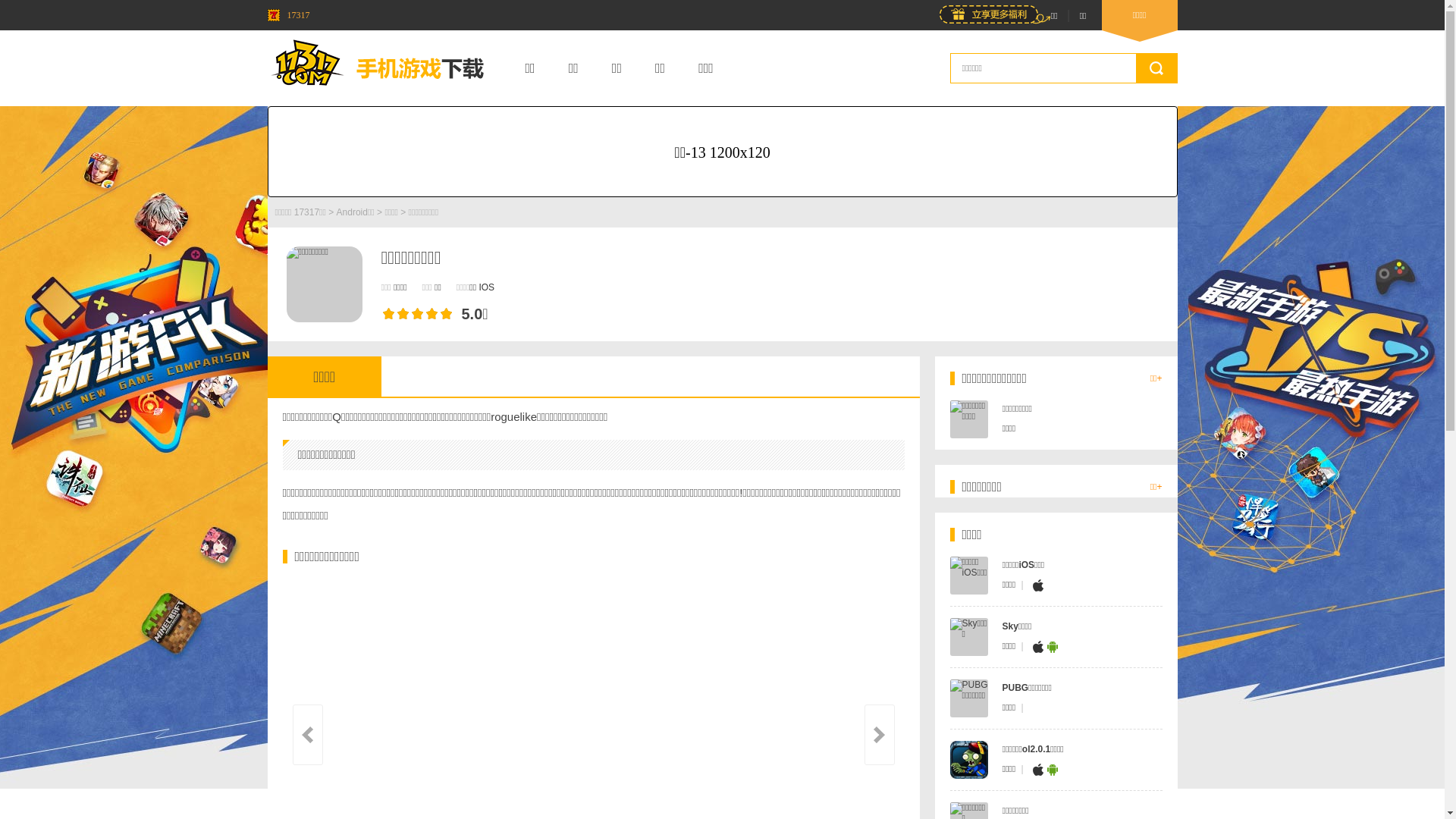 The height and width of the screenshot is (819, 1456). Describe the element at coordinates (287, 14) in the screenshot. I see `'17317'` at that location.